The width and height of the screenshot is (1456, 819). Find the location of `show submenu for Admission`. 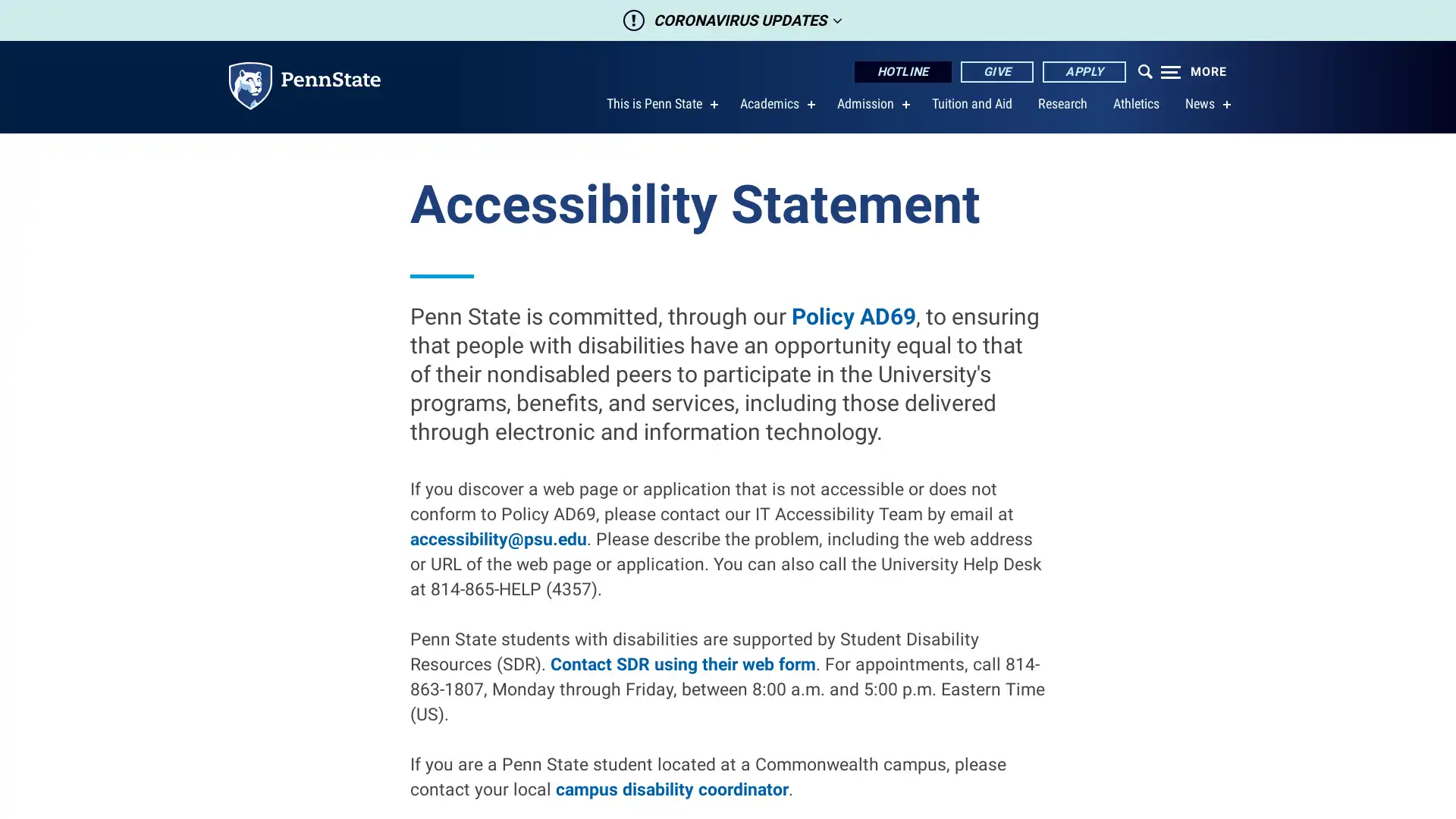

show submenu for Admission is located at coordinates (899, 104).